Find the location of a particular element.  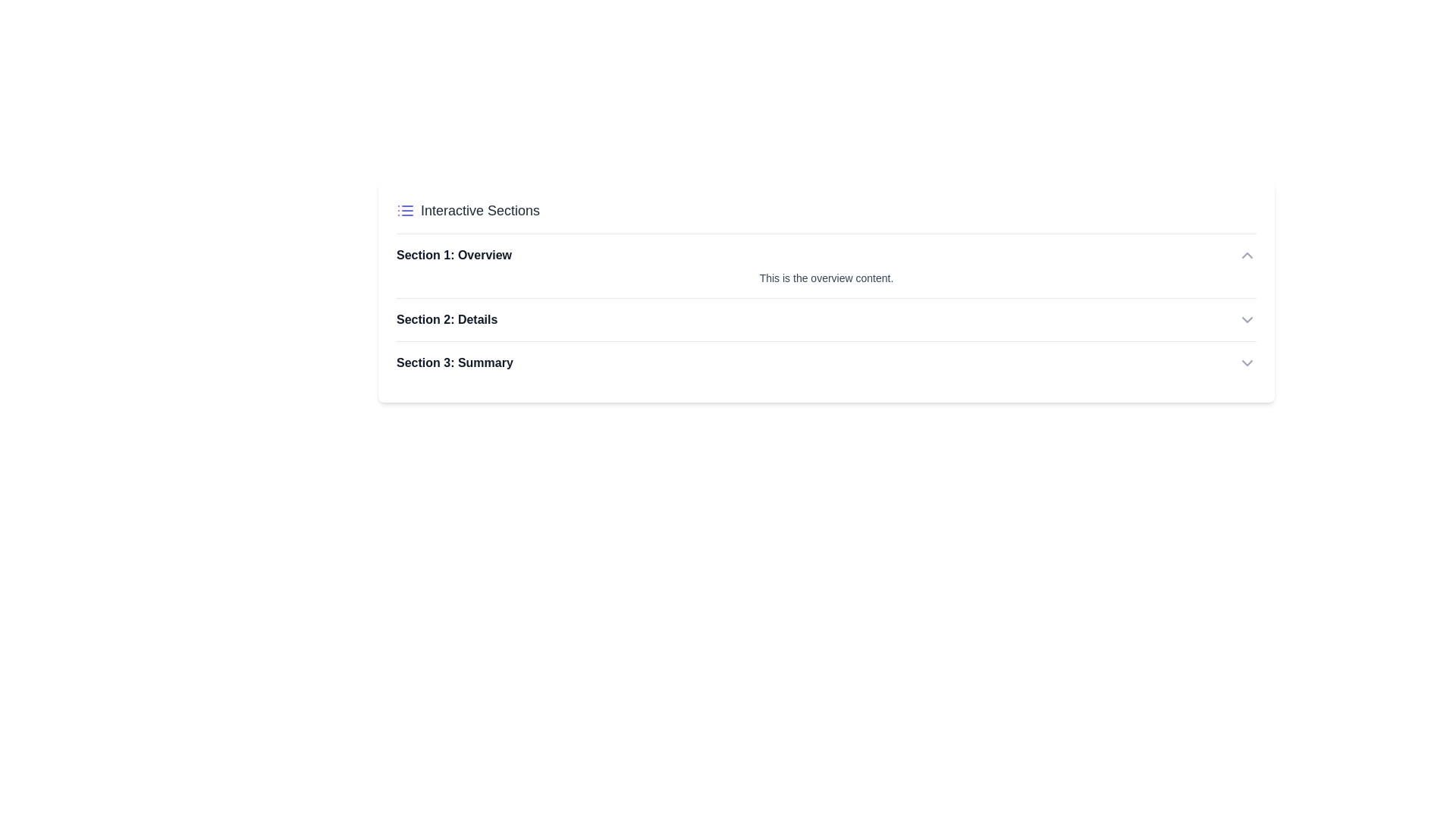

the list icon on the left side of the 'Interactive Sections' header, which consists of three horizontal lines with dots to the left, styled in blue is located at coordinates (405, 210).